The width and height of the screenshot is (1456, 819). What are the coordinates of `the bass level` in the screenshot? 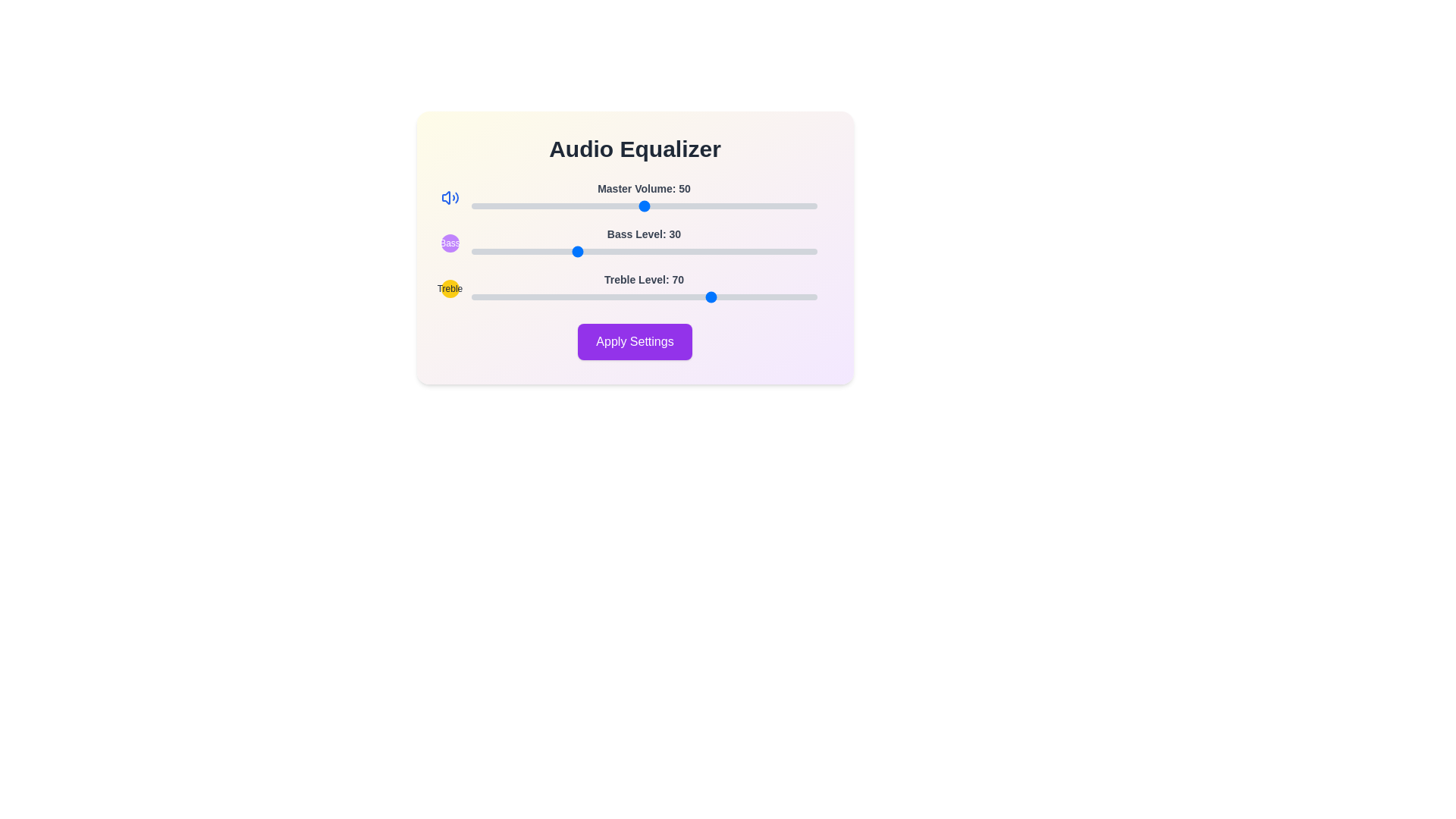 It's located at (623, 250).